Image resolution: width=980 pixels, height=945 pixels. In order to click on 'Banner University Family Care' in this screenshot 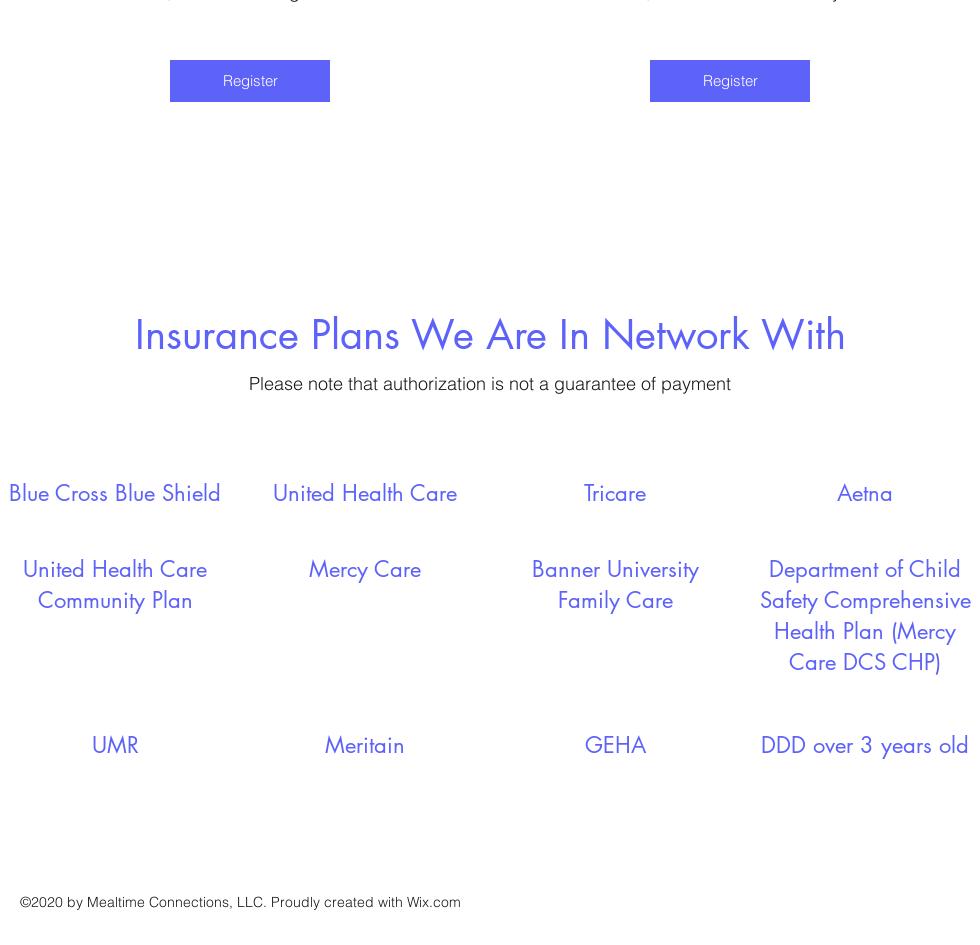, I will do `click(614, 583)`.